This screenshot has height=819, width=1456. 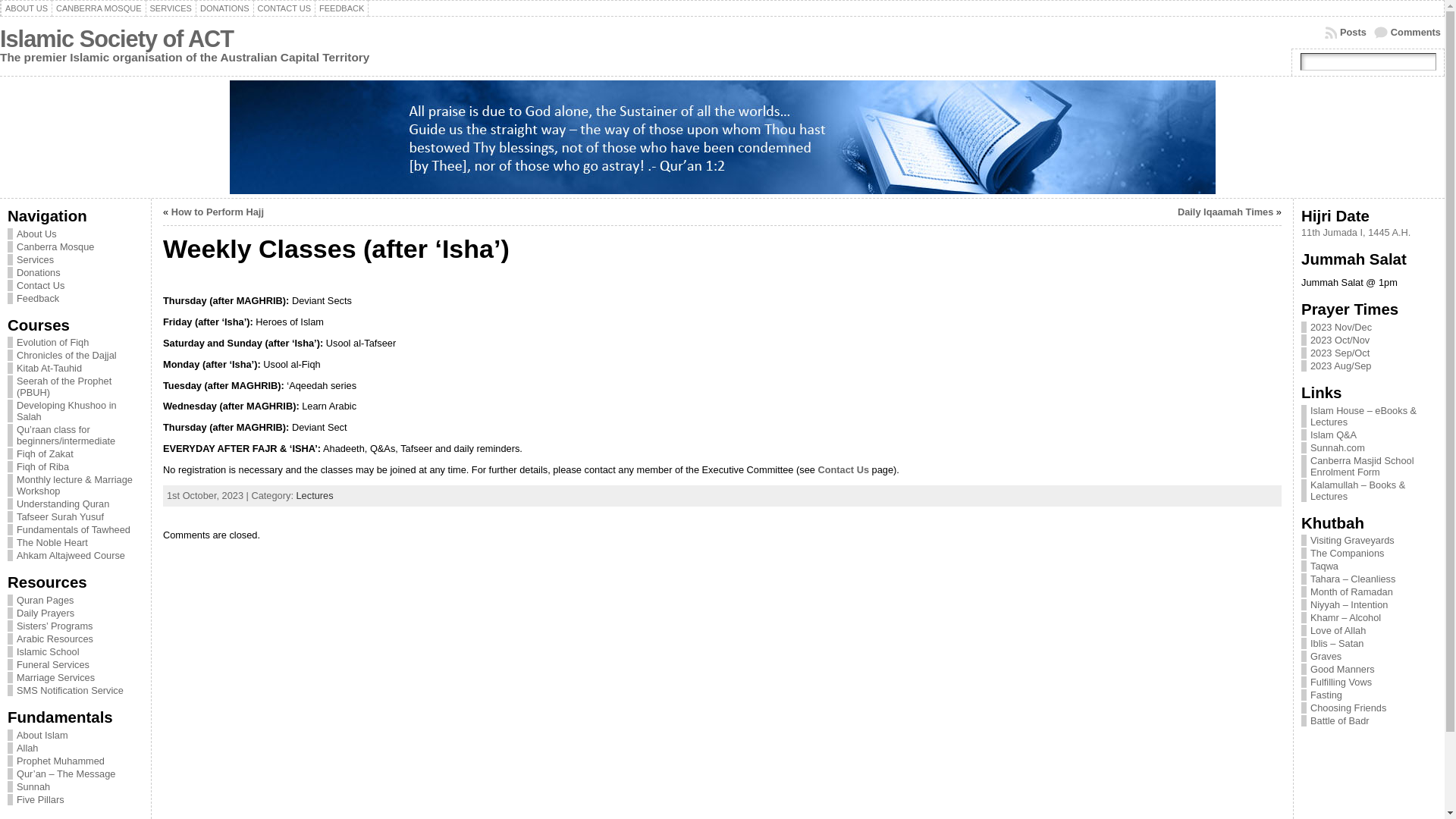 What do you see at coordinates (74, 746) in the screenshot?
I see `'Allah'` at bounding box center [74, 746].